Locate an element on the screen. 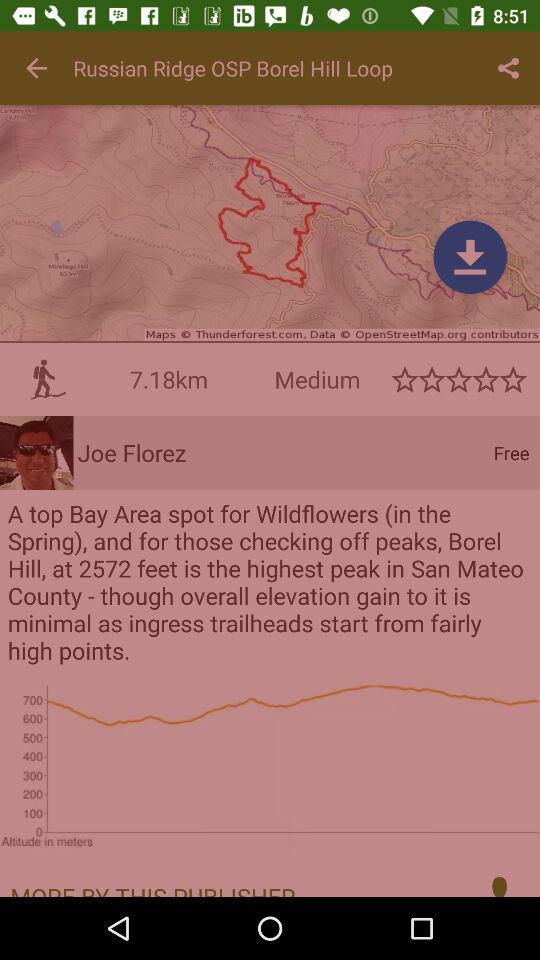 The image size is (540, 960). page down is located at coordinates (470, 256).